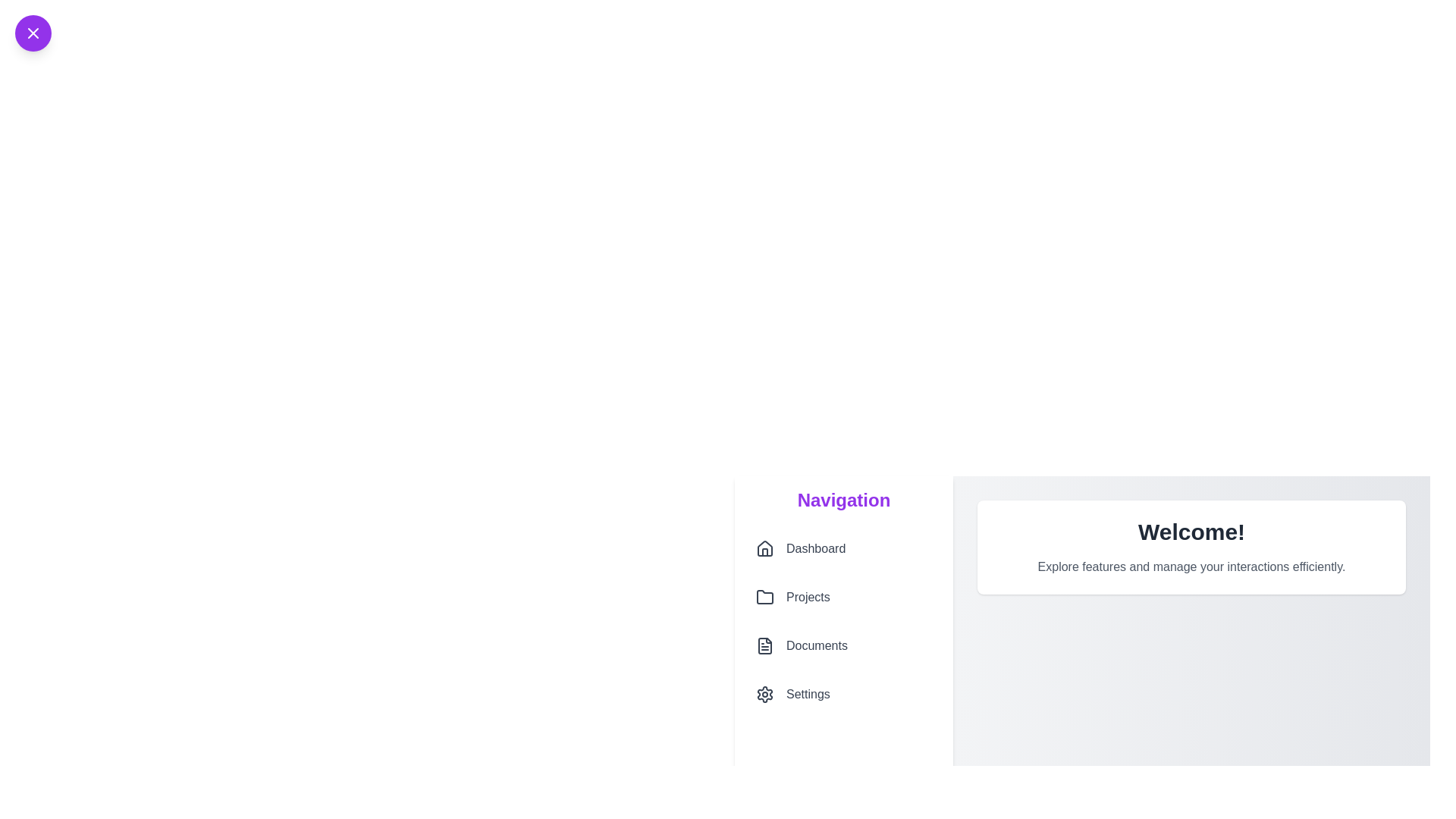 This screenshot has height=819, width=1456. Describe the element at coordinates (843, 694) in the screenshot. I see `the navigation menu item Settings` at that location.